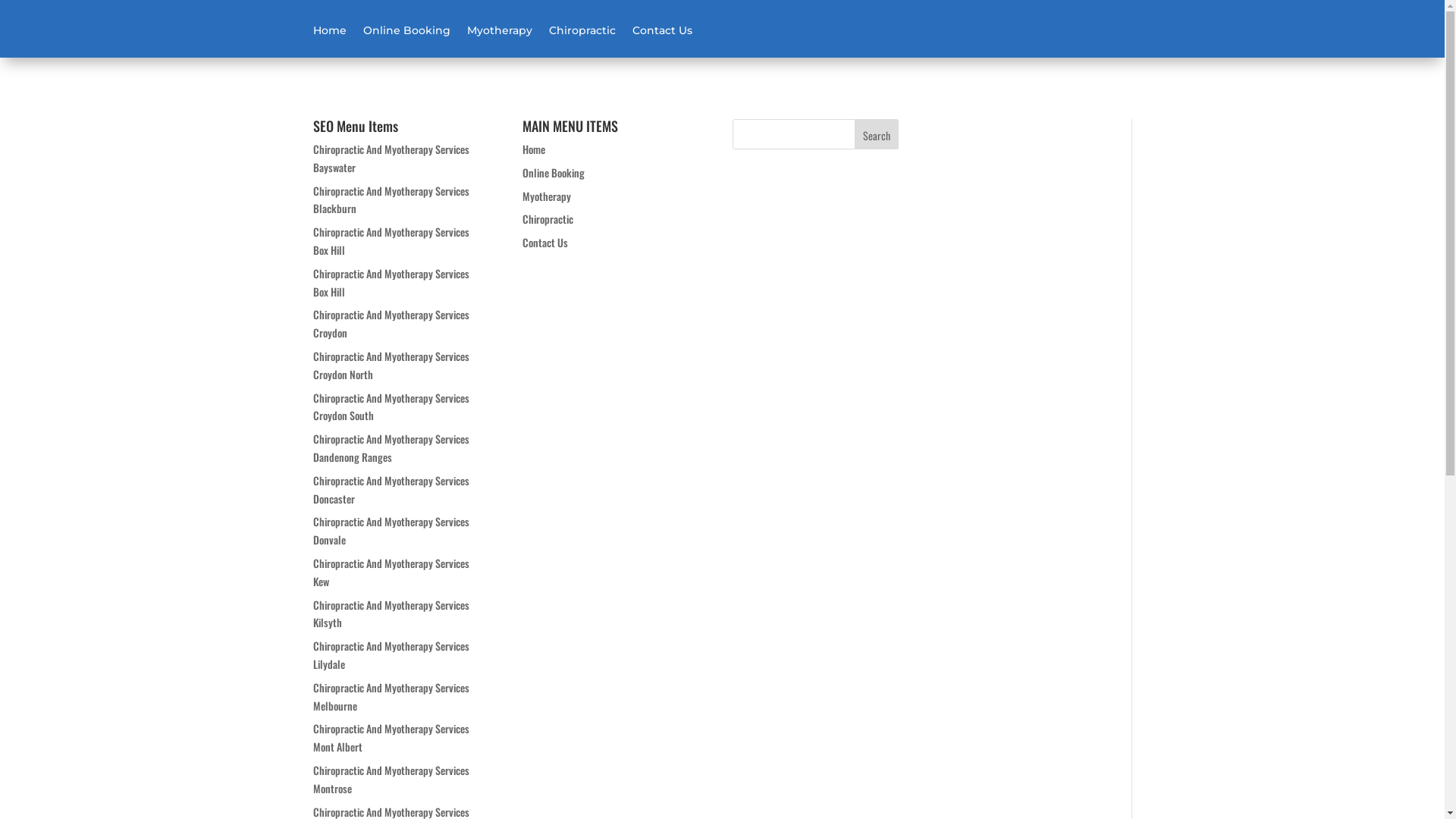  Describe the element at coordinates (466, 40) in the screenshot. I see `'Myotherapy'` at that location.